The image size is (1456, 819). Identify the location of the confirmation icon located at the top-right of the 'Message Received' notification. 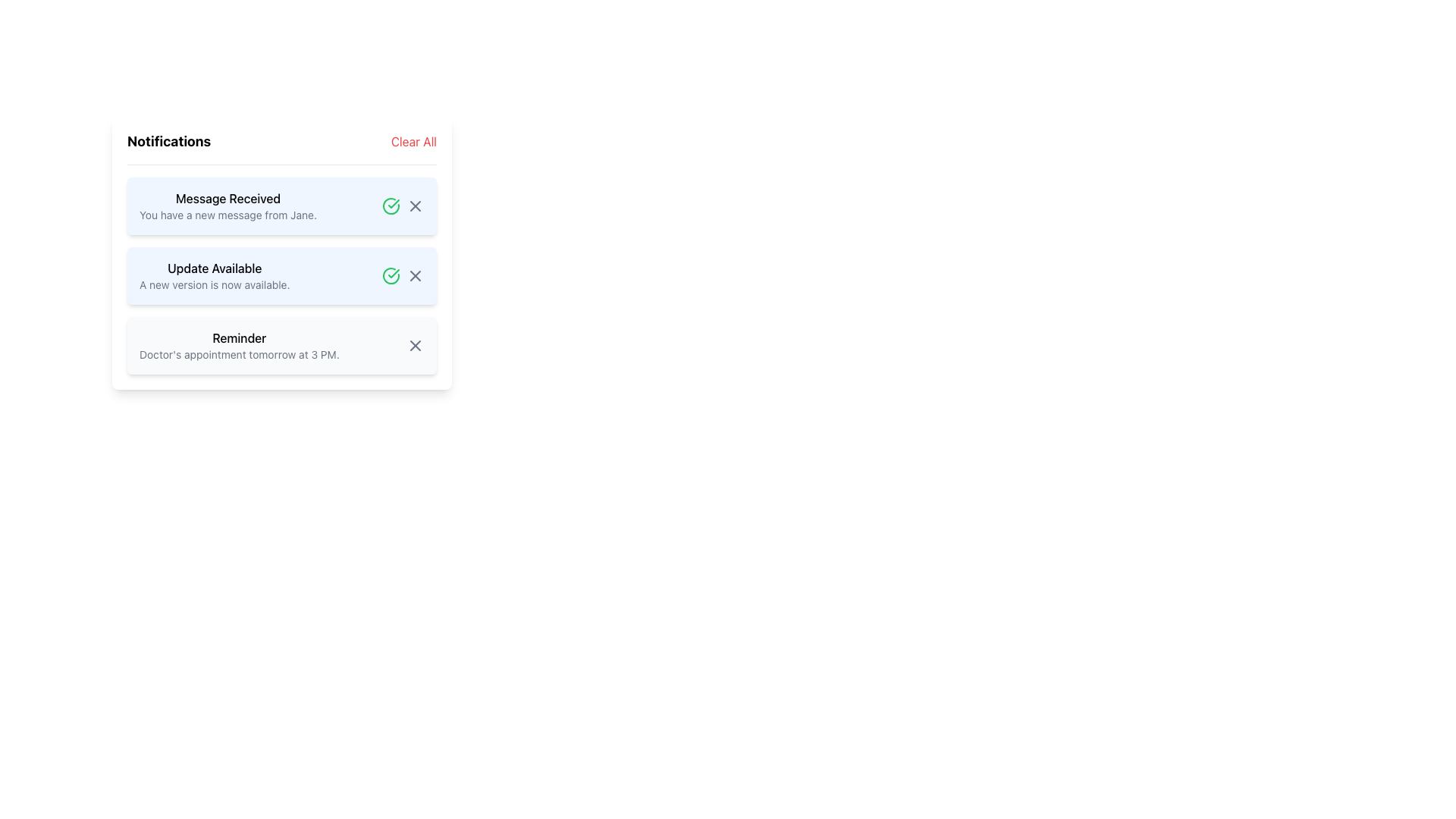
(391, 275).